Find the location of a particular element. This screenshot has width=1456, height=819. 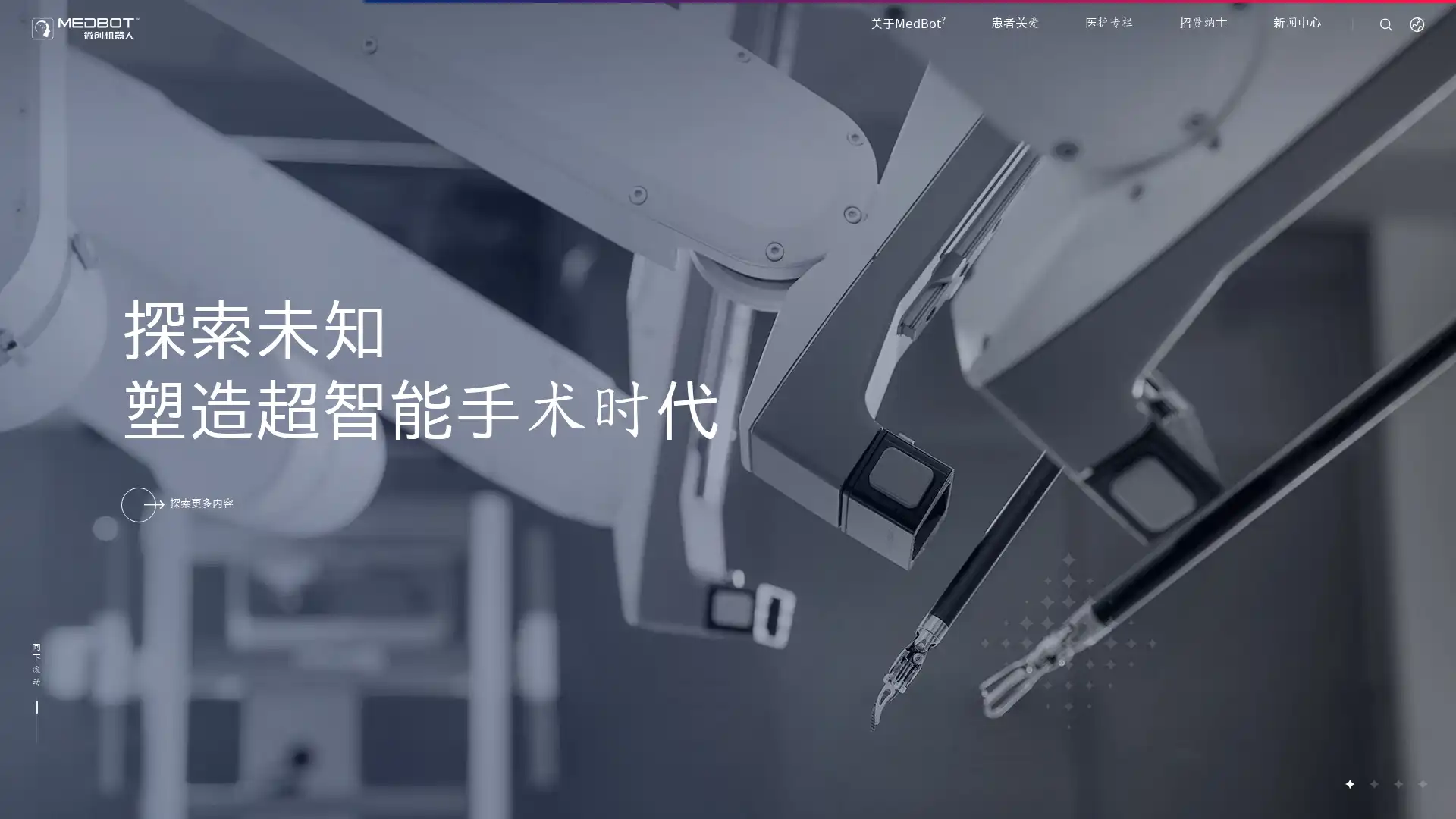

Go to slide 1 is located at coordinates (1349, 783).